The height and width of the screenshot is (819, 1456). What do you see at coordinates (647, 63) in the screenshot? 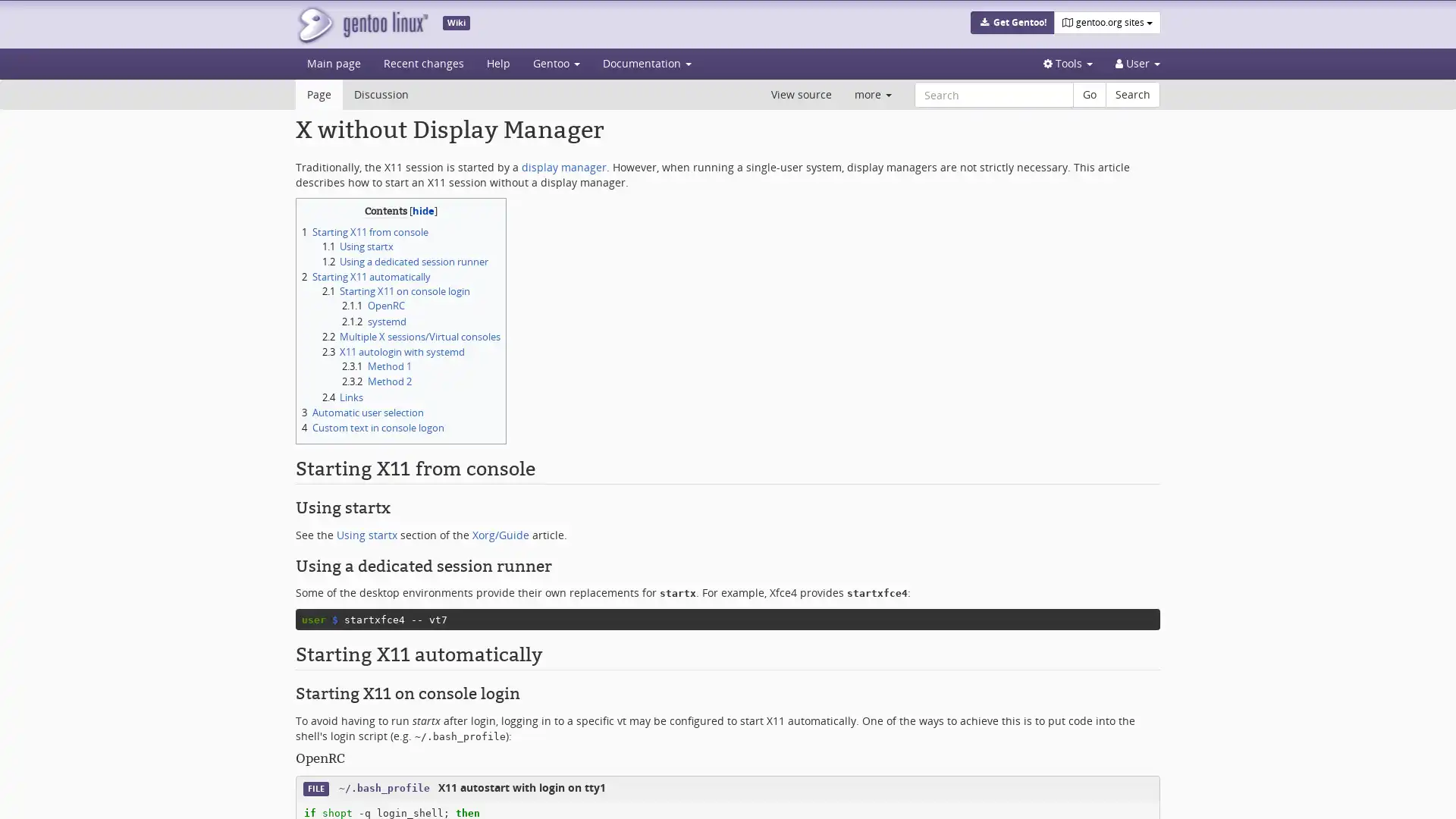
I see `Documentation` at bounding box center [647, 63].